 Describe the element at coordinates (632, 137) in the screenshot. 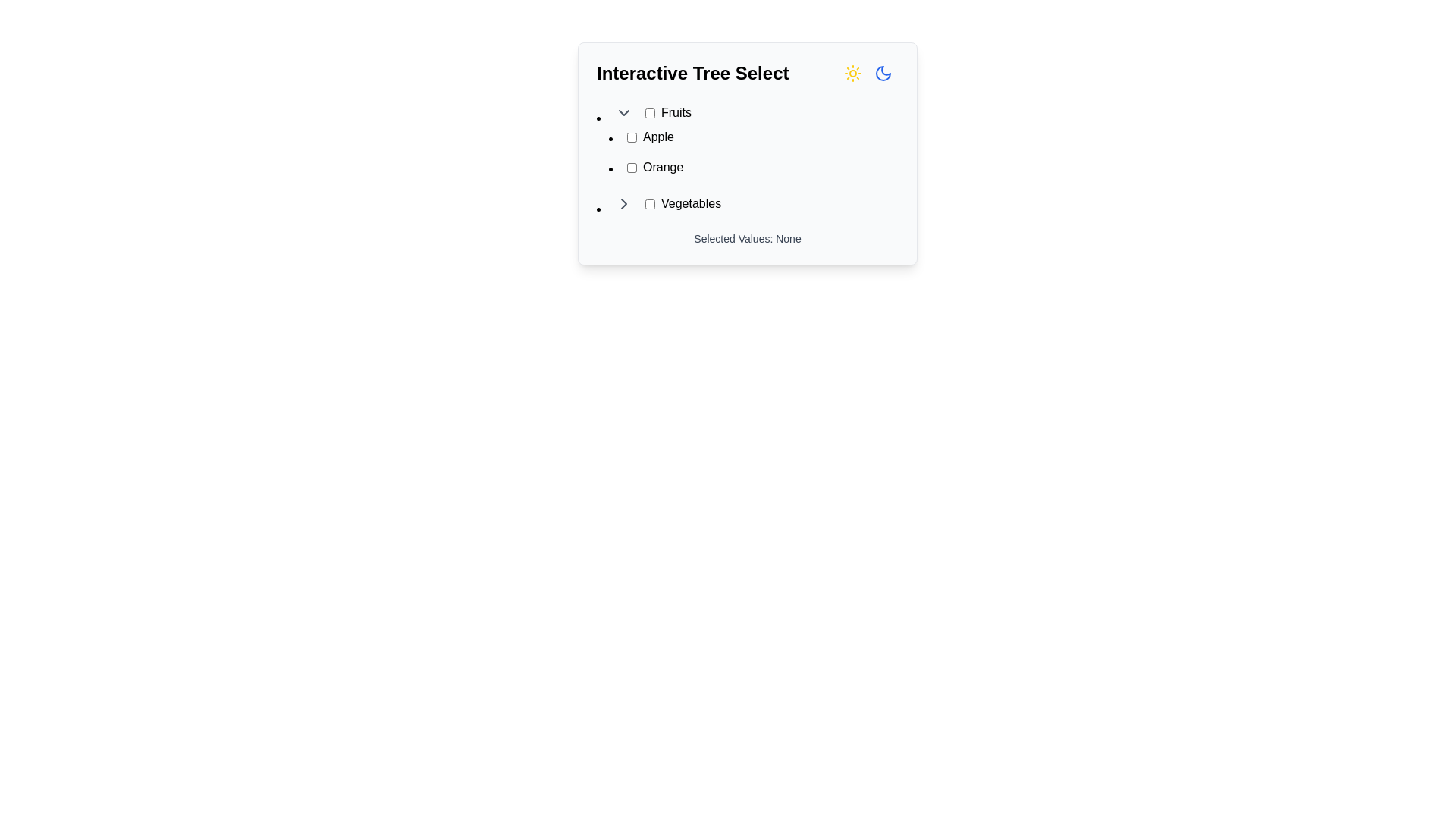

I see `the checkbox labeled 'Apple' under the 'Fruits' category` at that location.